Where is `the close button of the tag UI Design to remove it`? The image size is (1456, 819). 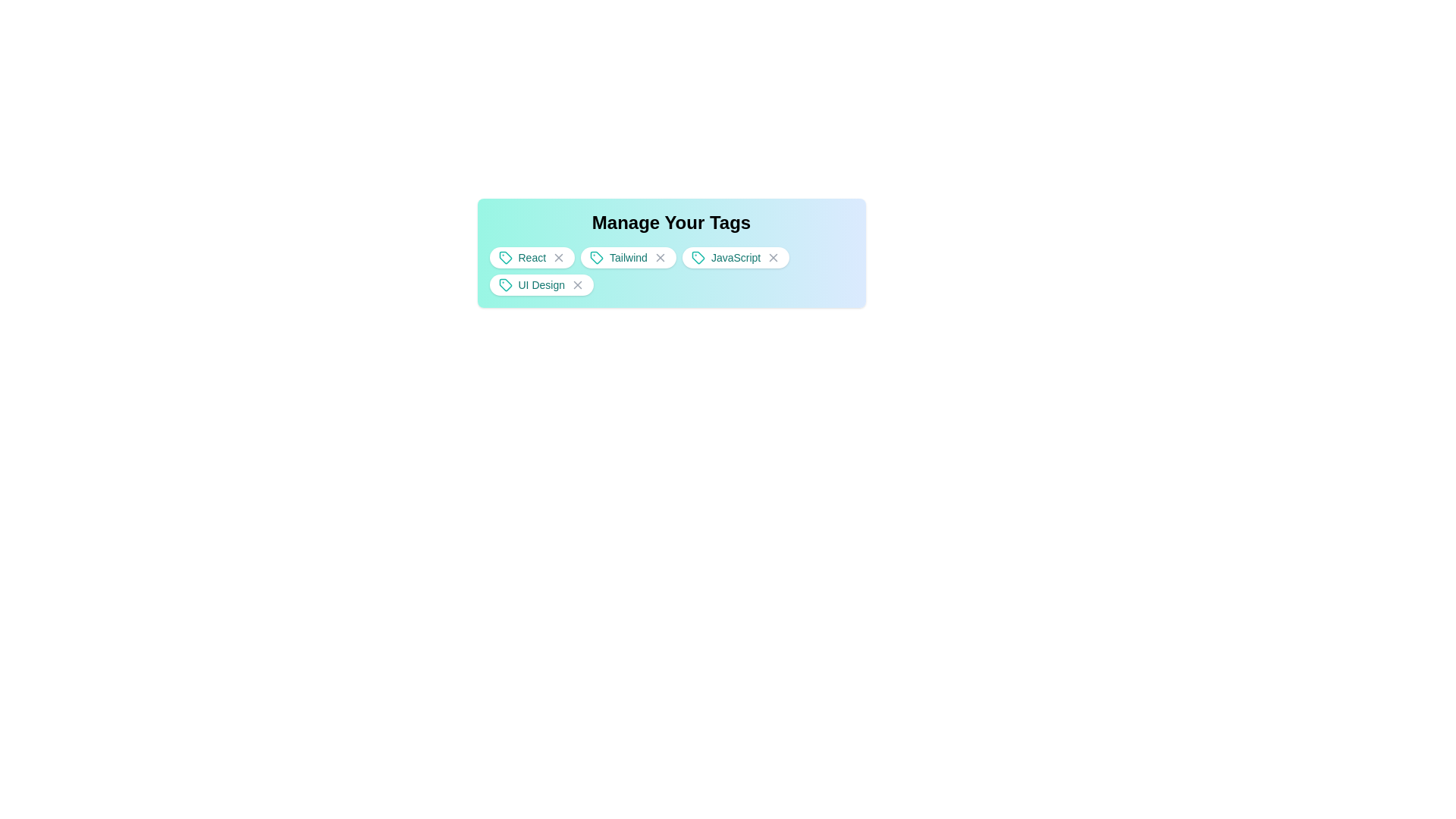
the close button of the tag UI Design to remove it is located at coordinates (574, 284).